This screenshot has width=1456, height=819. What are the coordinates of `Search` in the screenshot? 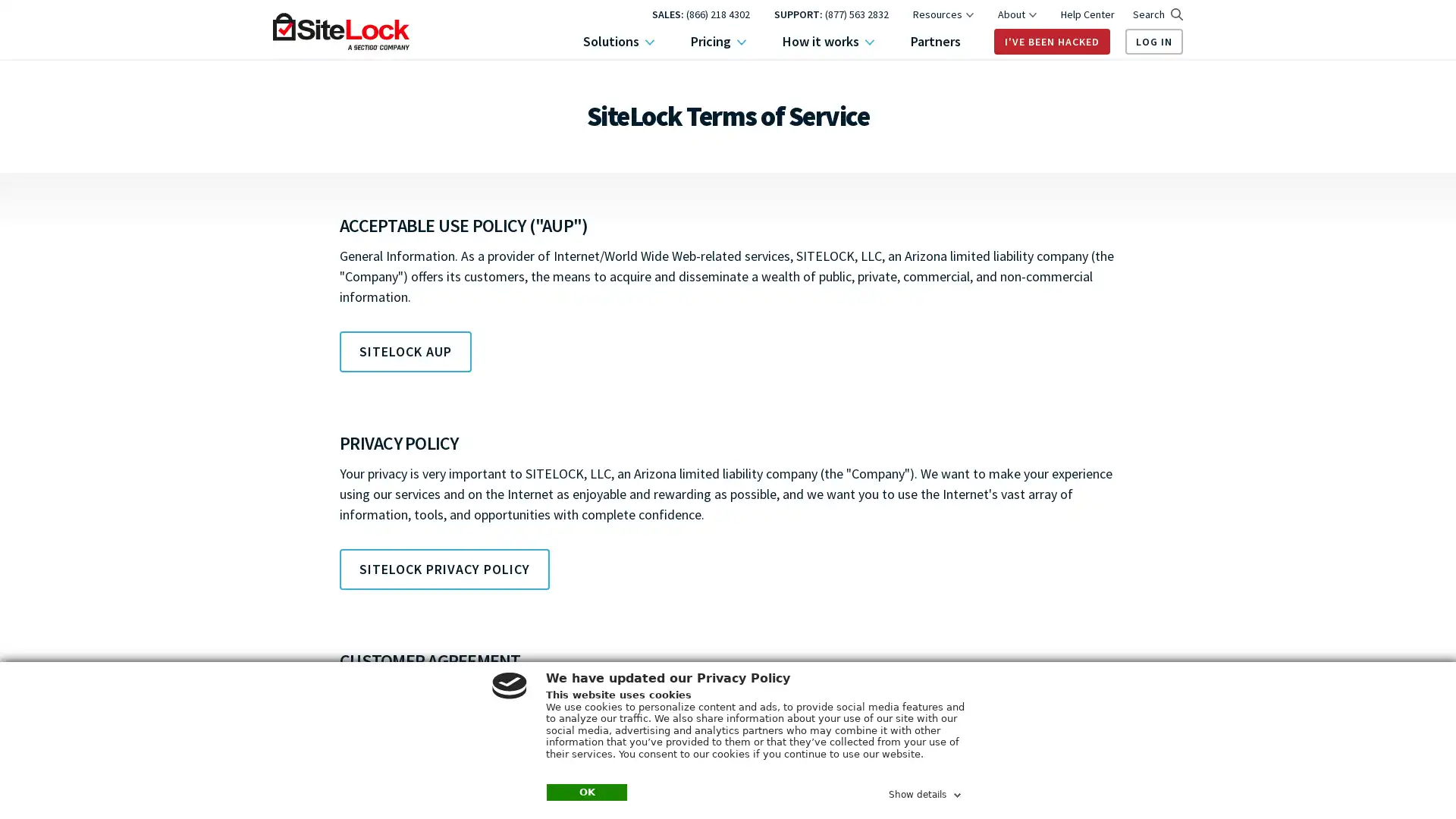 It's located at (1156, 14).